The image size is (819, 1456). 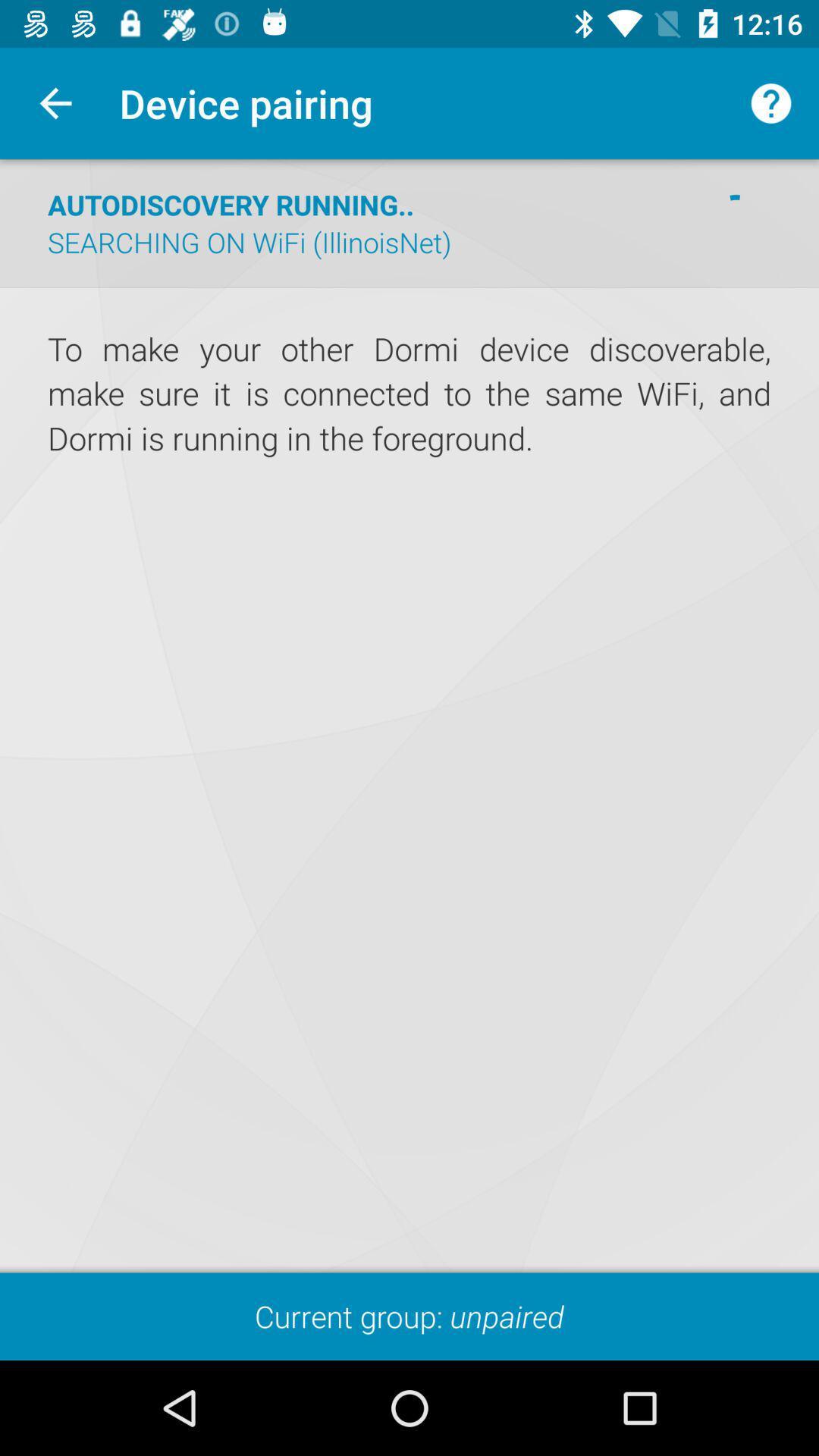 What do you see at coordinates (231, 203) in the screenshot?
I see `icon above searching on wifi icon` at bounding box center [231, 203].